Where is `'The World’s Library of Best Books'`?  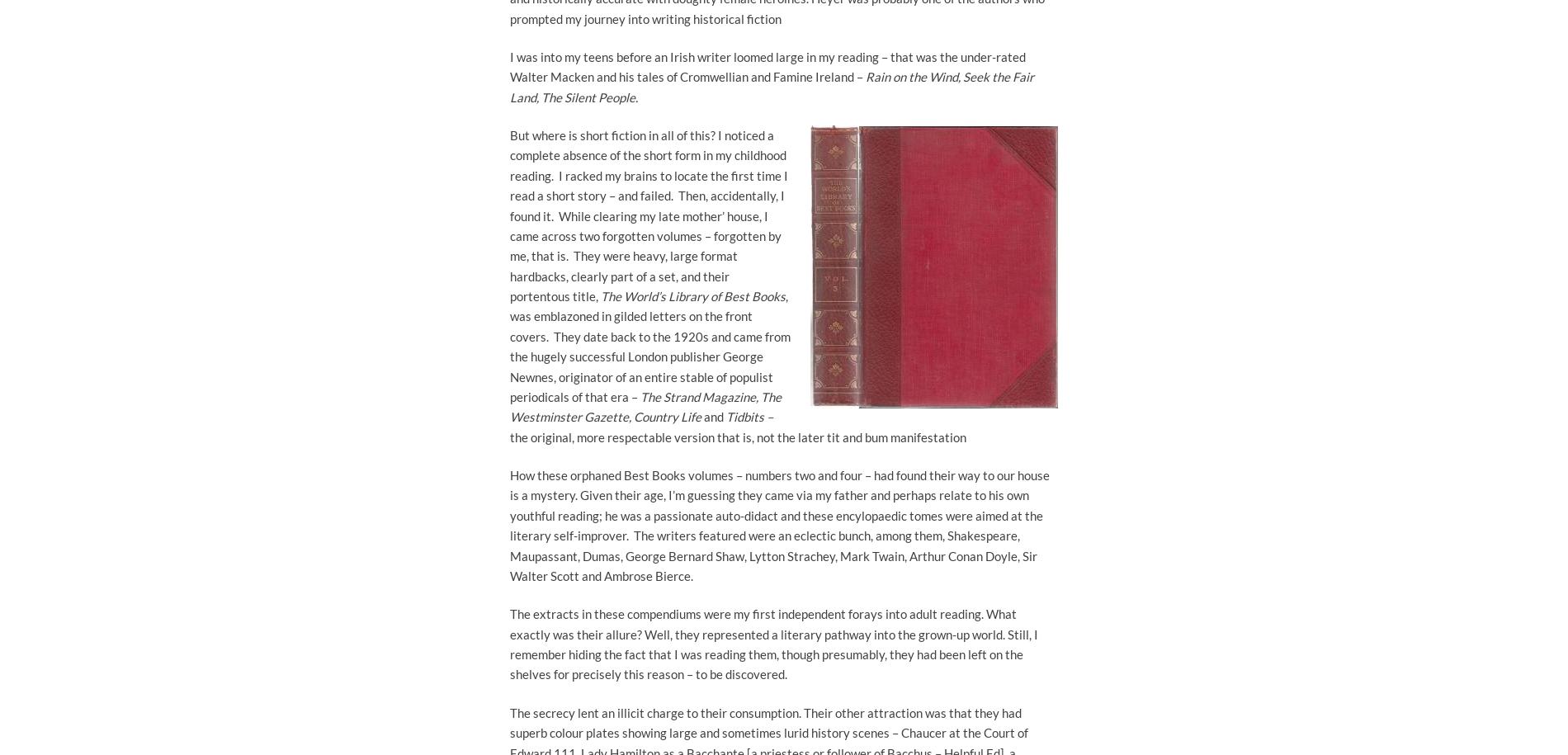 'The World’s Library of Best Books' is located at coordinates (692, 295).